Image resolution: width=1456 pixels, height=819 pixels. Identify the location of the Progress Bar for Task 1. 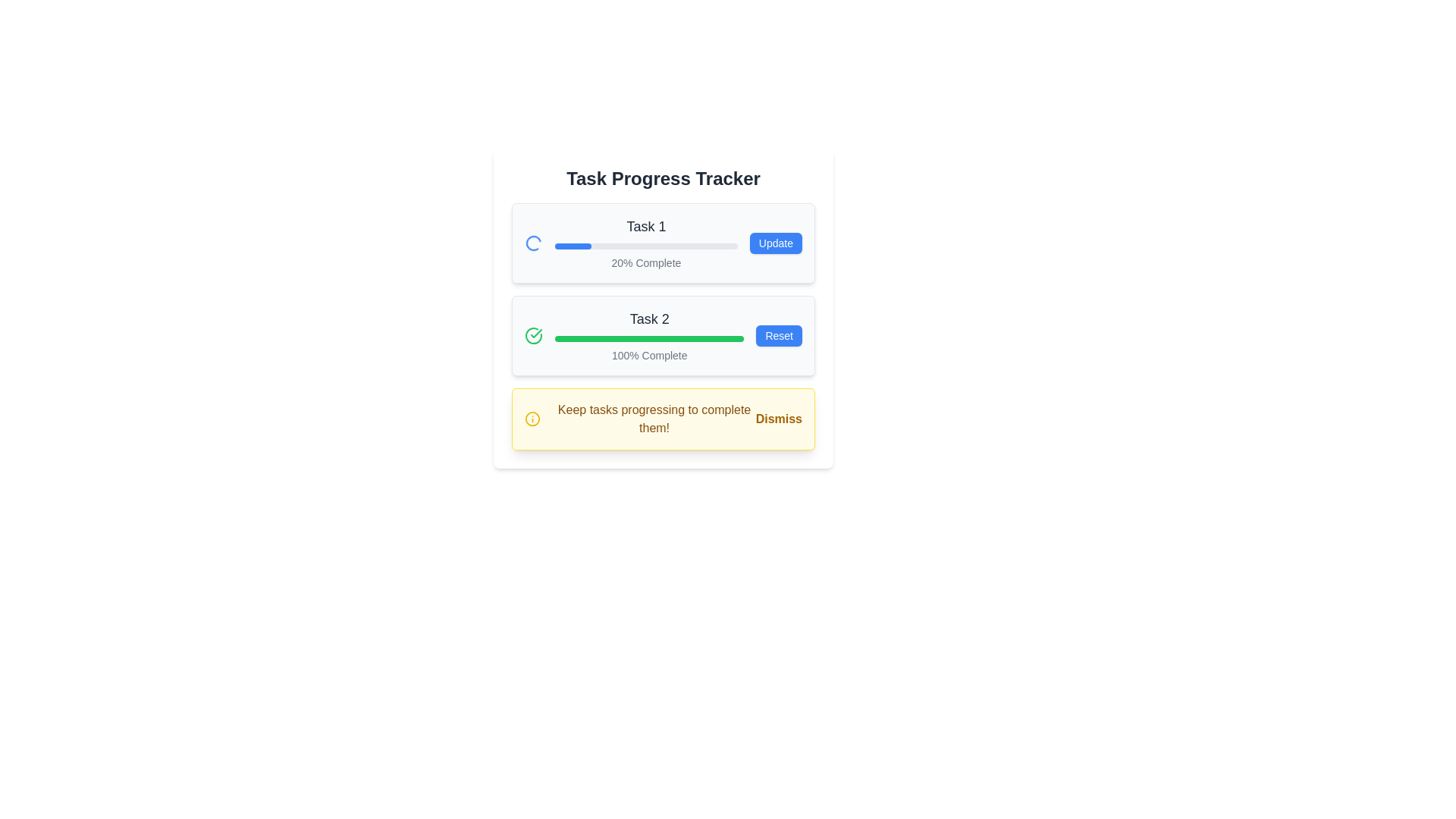
(646, 242).